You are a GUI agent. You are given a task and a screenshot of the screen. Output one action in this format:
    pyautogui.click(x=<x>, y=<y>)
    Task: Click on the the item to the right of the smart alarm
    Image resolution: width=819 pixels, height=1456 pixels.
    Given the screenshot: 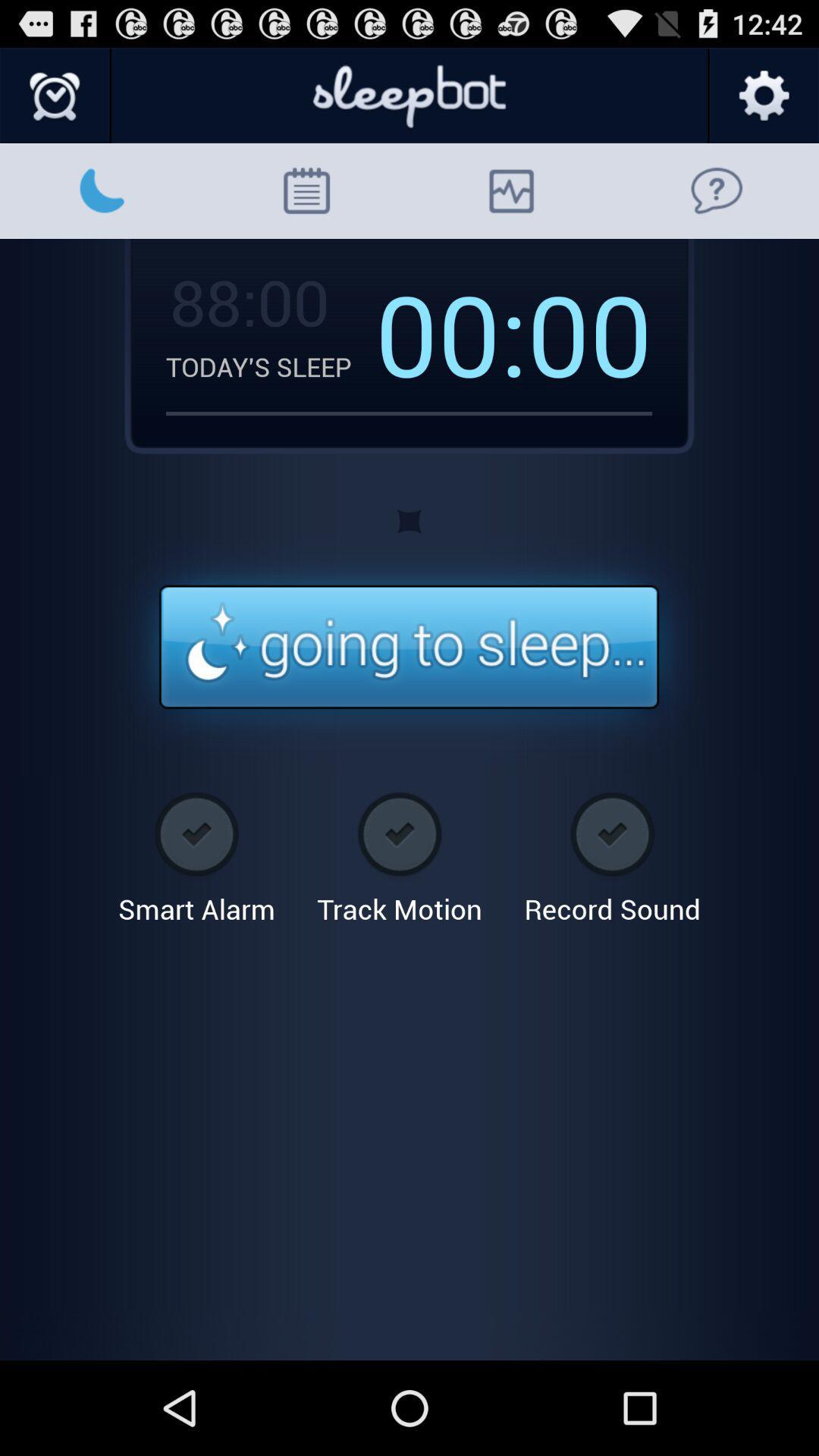 What is the action you would take?
    pyautogui.click(x=399, y=852)
    